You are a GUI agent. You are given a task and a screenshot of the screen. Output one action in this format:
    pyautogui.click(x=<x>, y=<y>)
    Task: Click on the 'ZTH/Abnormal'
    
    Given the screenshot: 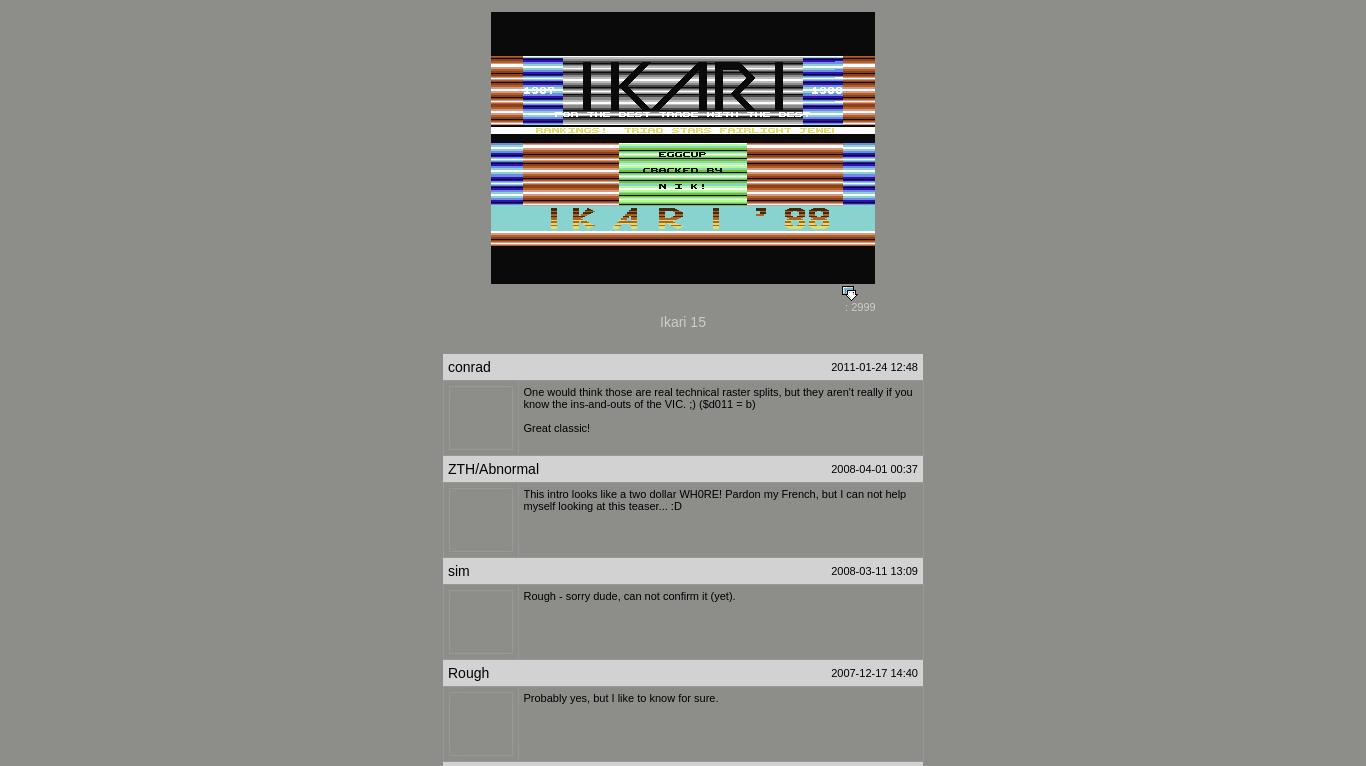 What is the action you would take?
    pyautogui.click(x=493, y=468)
    